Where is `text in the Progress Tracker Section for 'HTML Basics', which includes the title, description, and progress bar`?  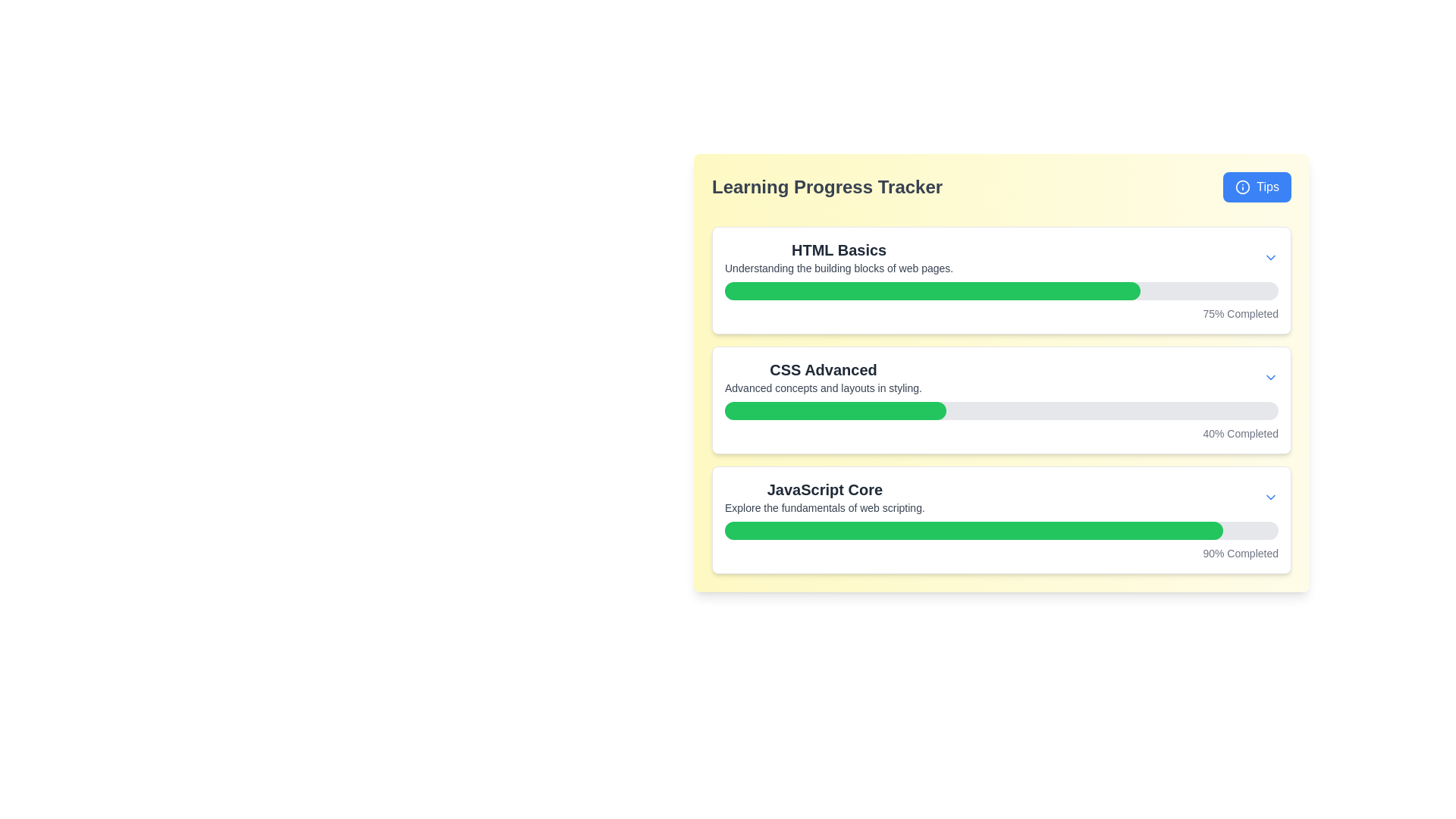
text in the Progress Tracker Section for 'HTML Basics', which includes the title, description, and progress bar is located at coordinates (1001, 281).